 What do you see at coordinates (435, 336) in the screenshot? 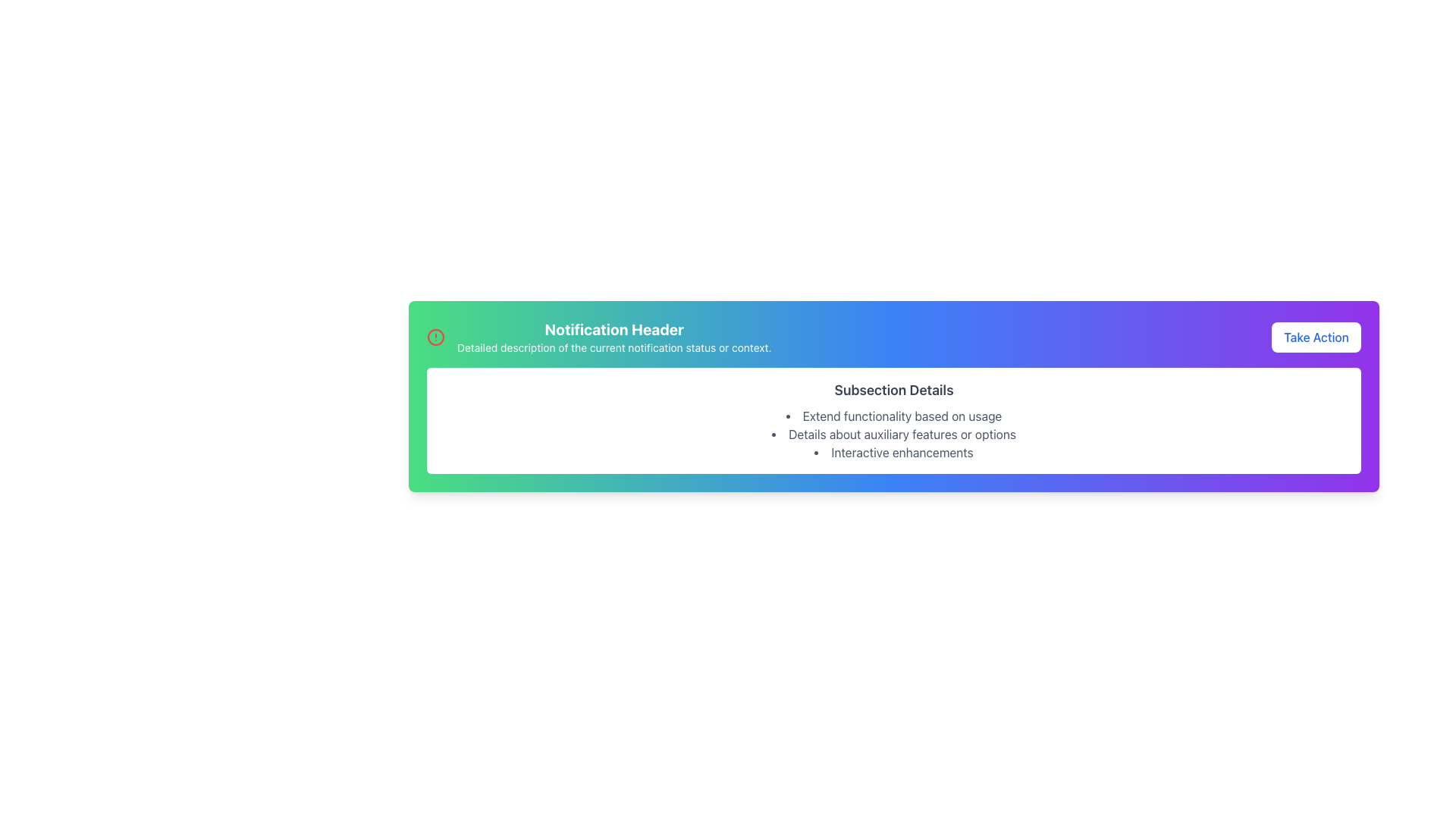
I see `the circular shape within the decorative icon located at the top-left corner of the green notification card` at bounding box center [435, 336].